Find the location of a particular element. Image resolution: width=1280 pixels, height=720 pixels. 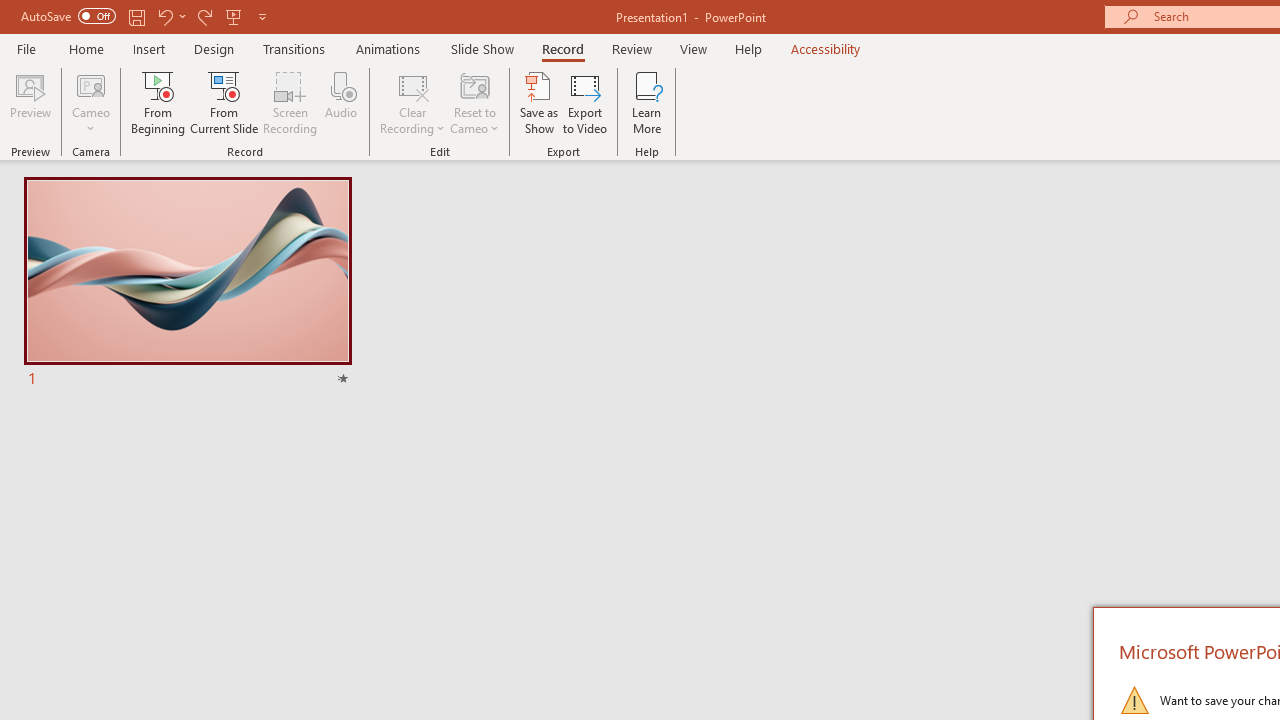

'Save as Show' is located at coordinates (539, 103).